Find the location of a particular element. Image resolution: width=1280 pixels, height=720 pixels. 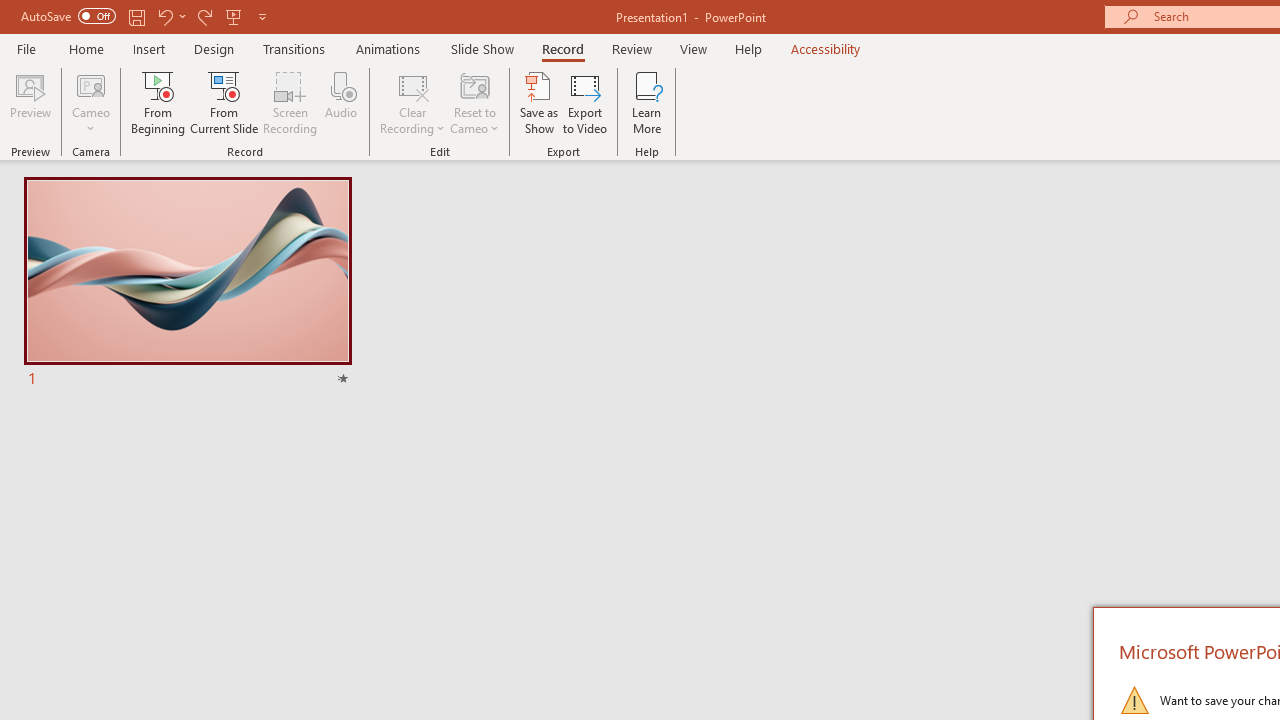

'Save as Show' is located at coordinates (539, 103).